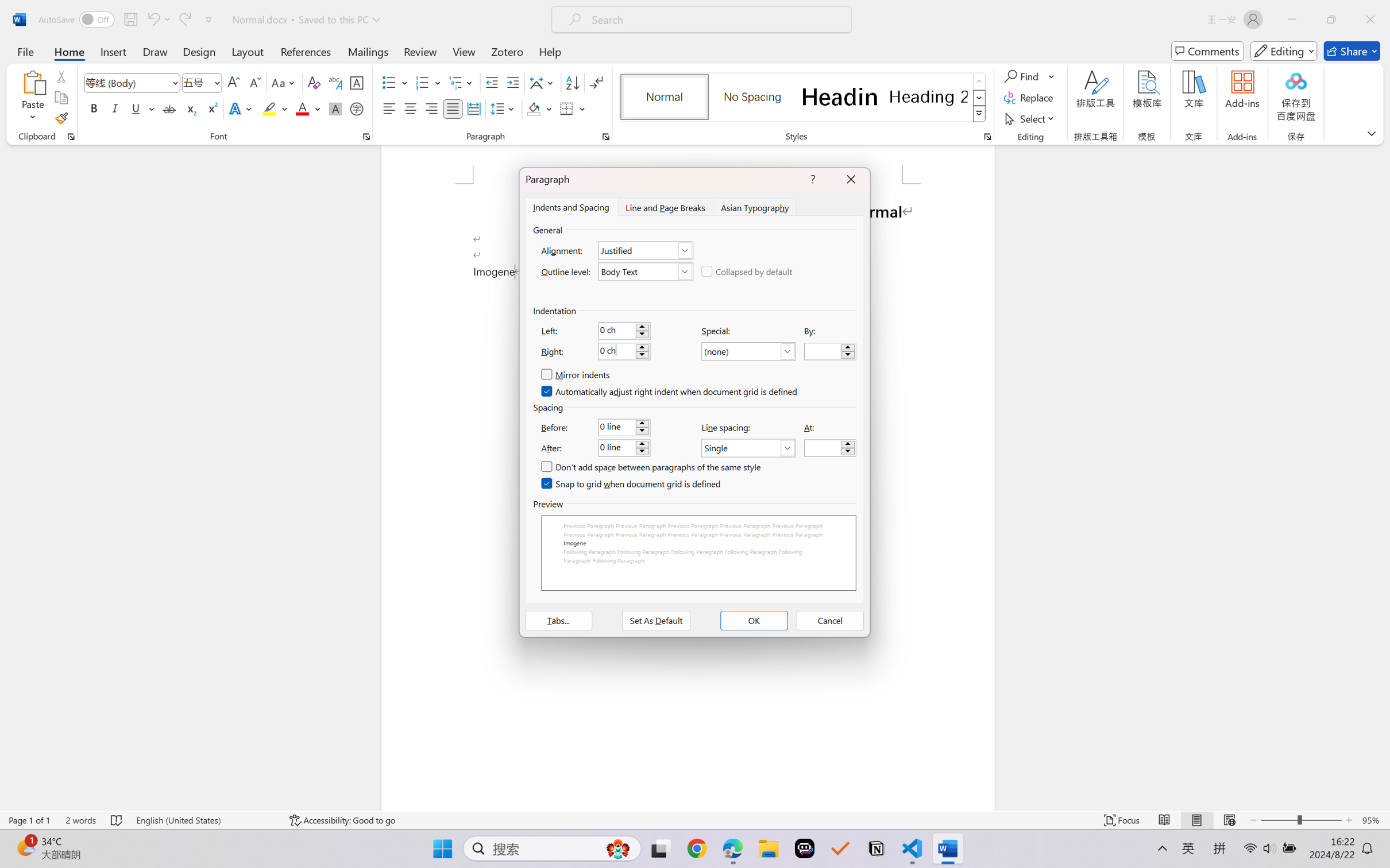 Image resolution: width=1390 pixels, height=868 pixels. Describe the element at coordinates (631, 484) in the screenshot. I see `'Snap to grid when document grid is defined'` at that location.